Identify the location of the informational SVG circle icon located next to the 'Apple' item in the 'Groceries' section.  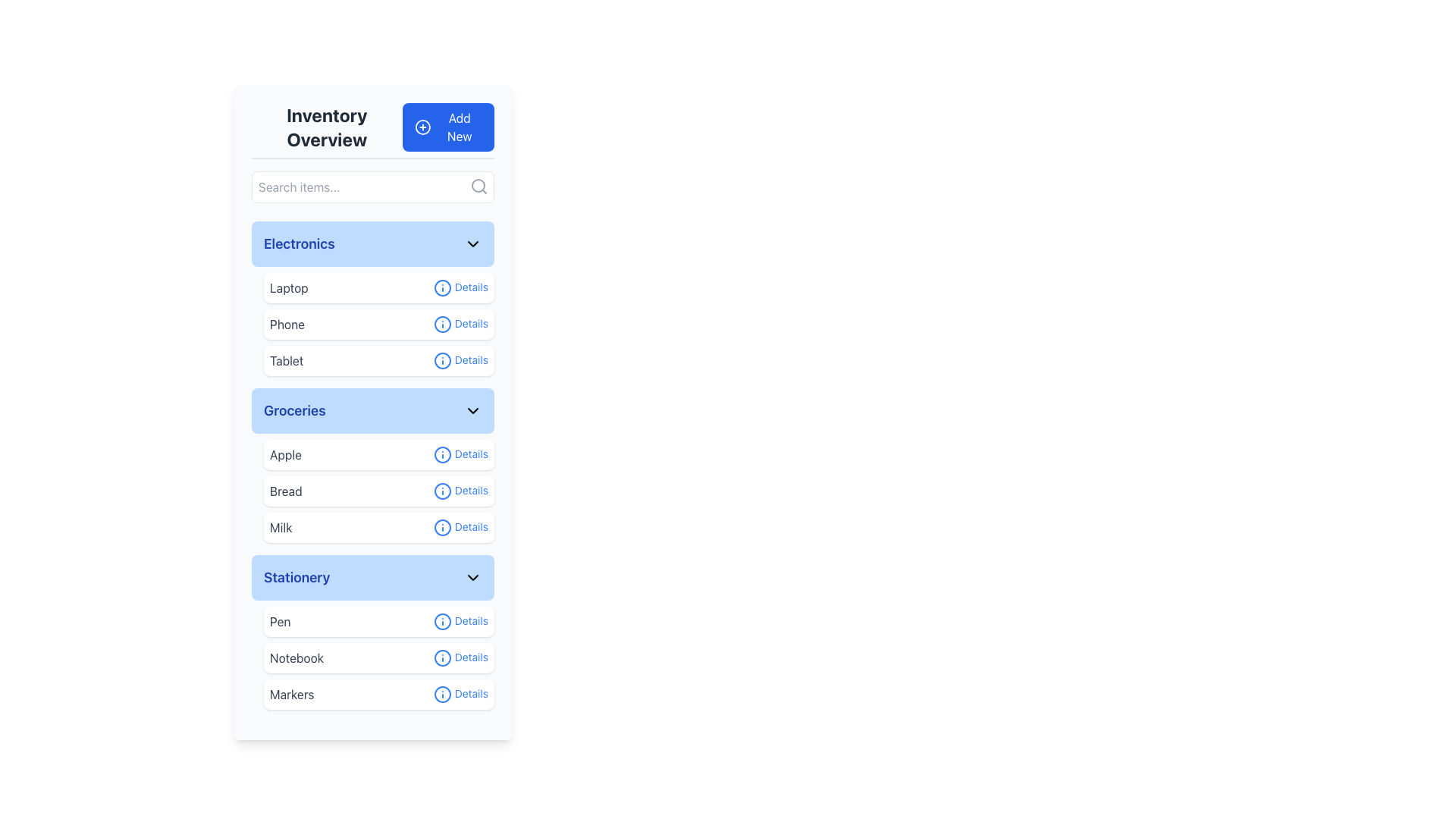
(441, 454).